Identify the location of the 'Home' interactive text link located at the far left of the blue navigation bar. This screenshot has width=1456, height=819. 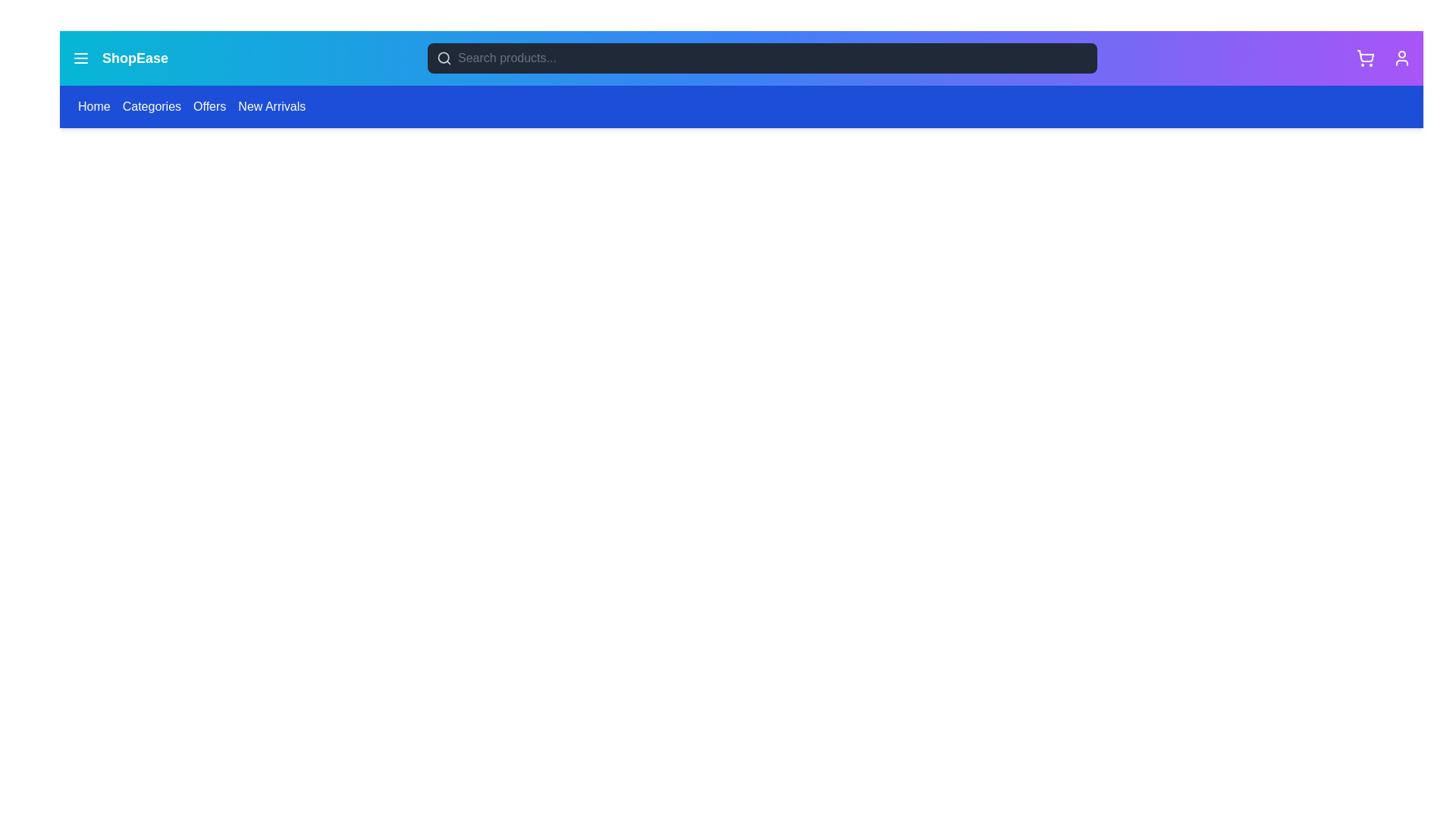
(93, 106).